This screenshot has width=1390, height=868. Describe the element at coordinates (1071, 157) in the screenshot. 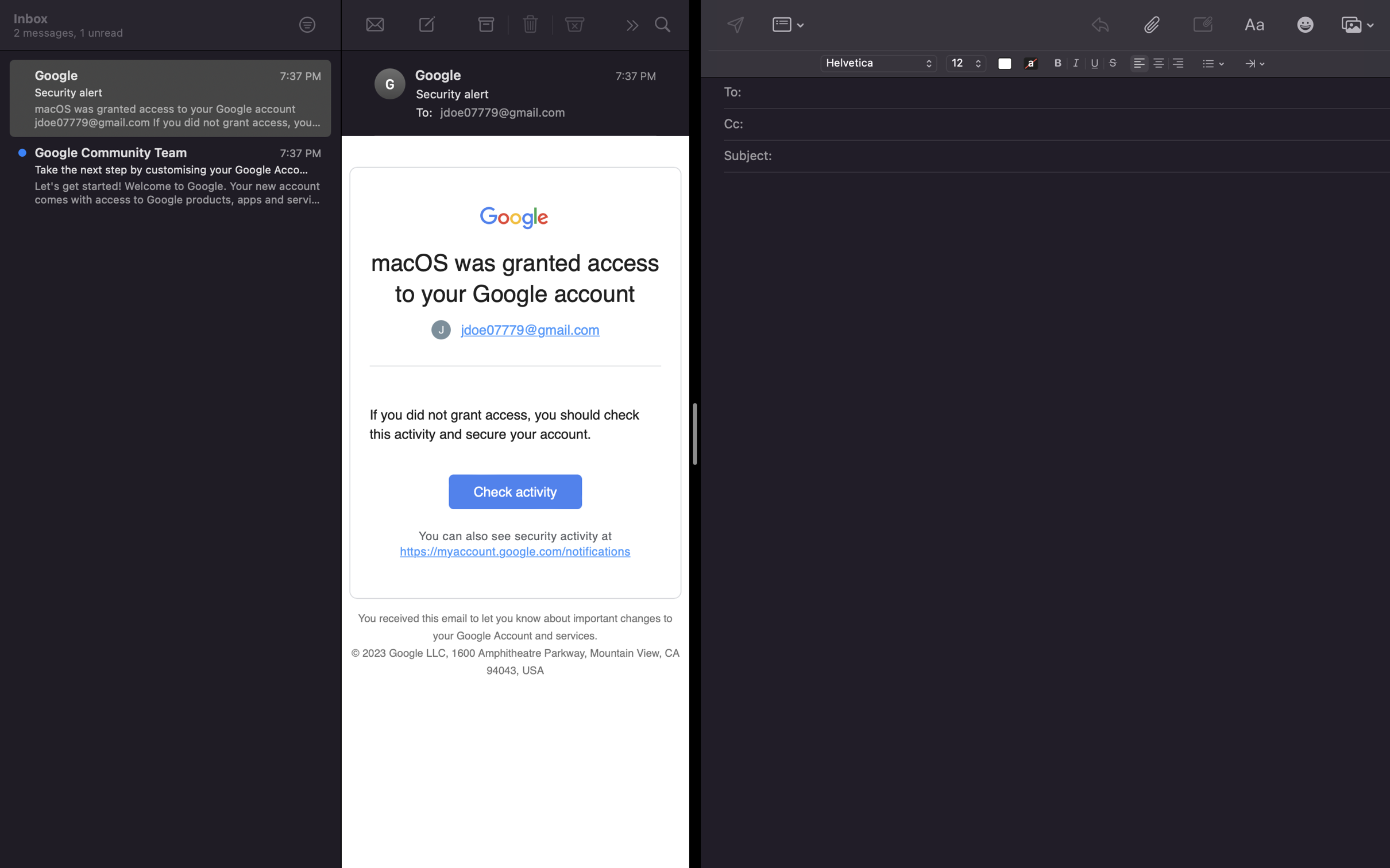

I see `Type "Application for job" as the subject` at that location.